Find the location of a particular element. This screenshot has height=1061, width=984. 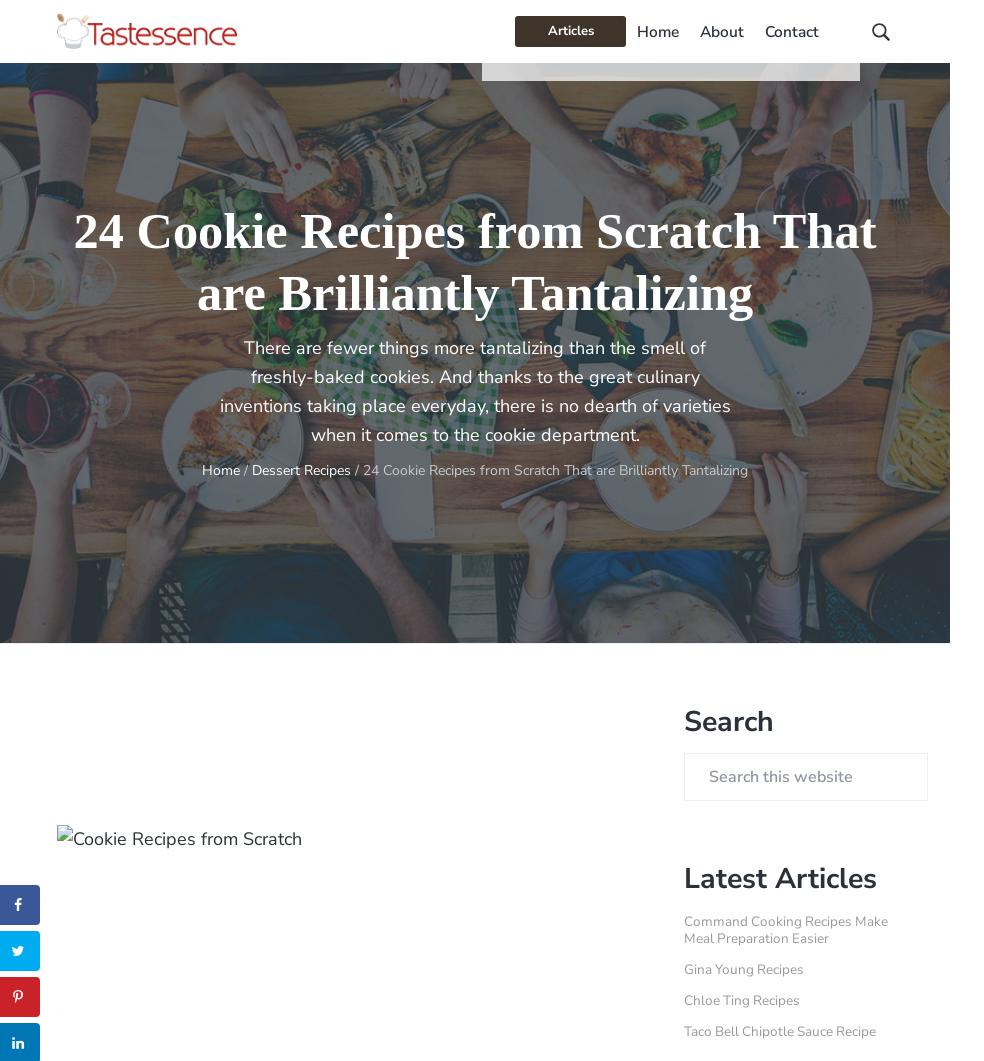

'/' is located at coordinates (239, 470).